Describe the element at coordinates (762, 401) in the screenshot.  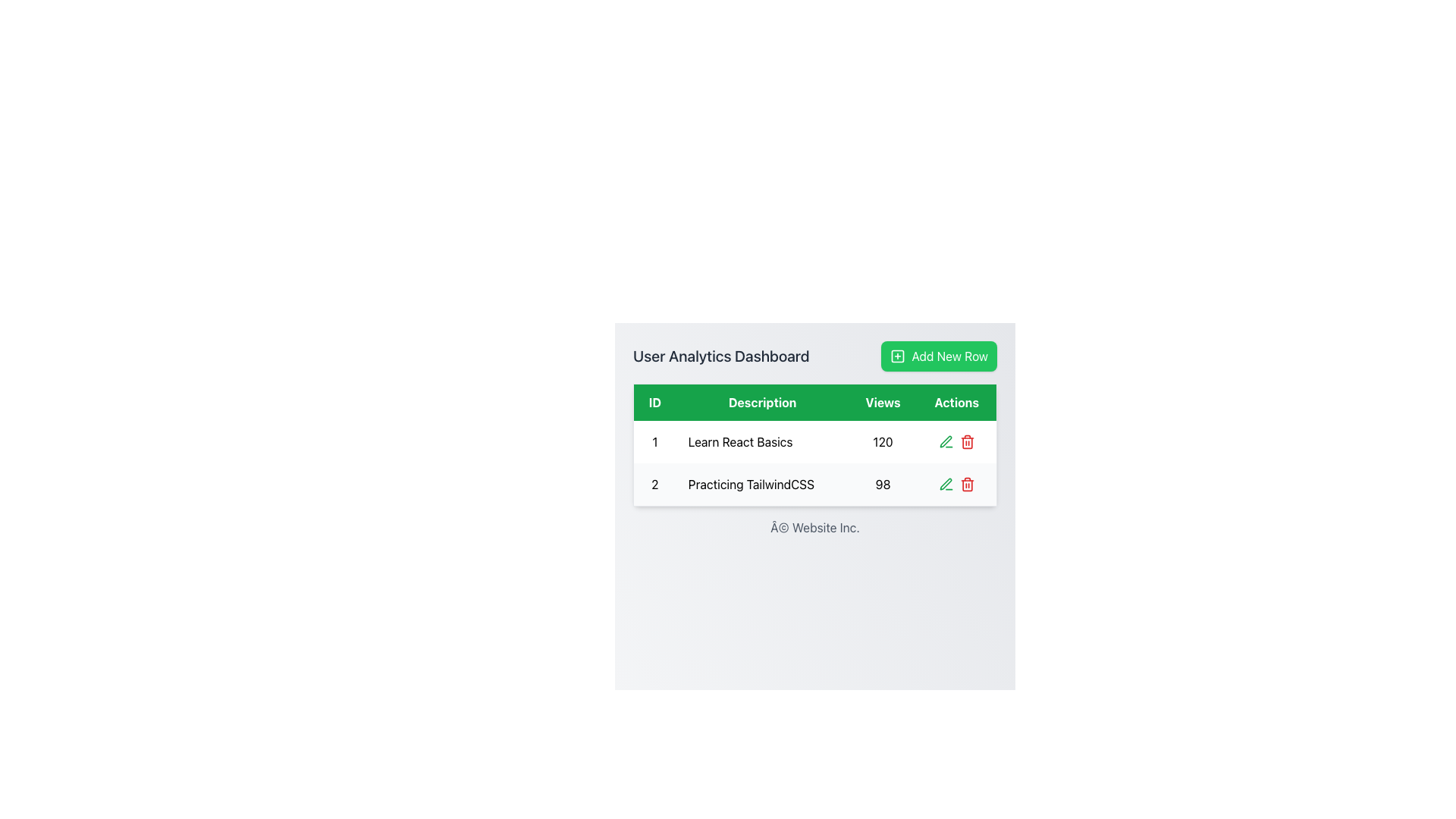
I see `'Description' label from the header cell of the table, which is located in the second column between 'ID' and 'Views'` at that location.